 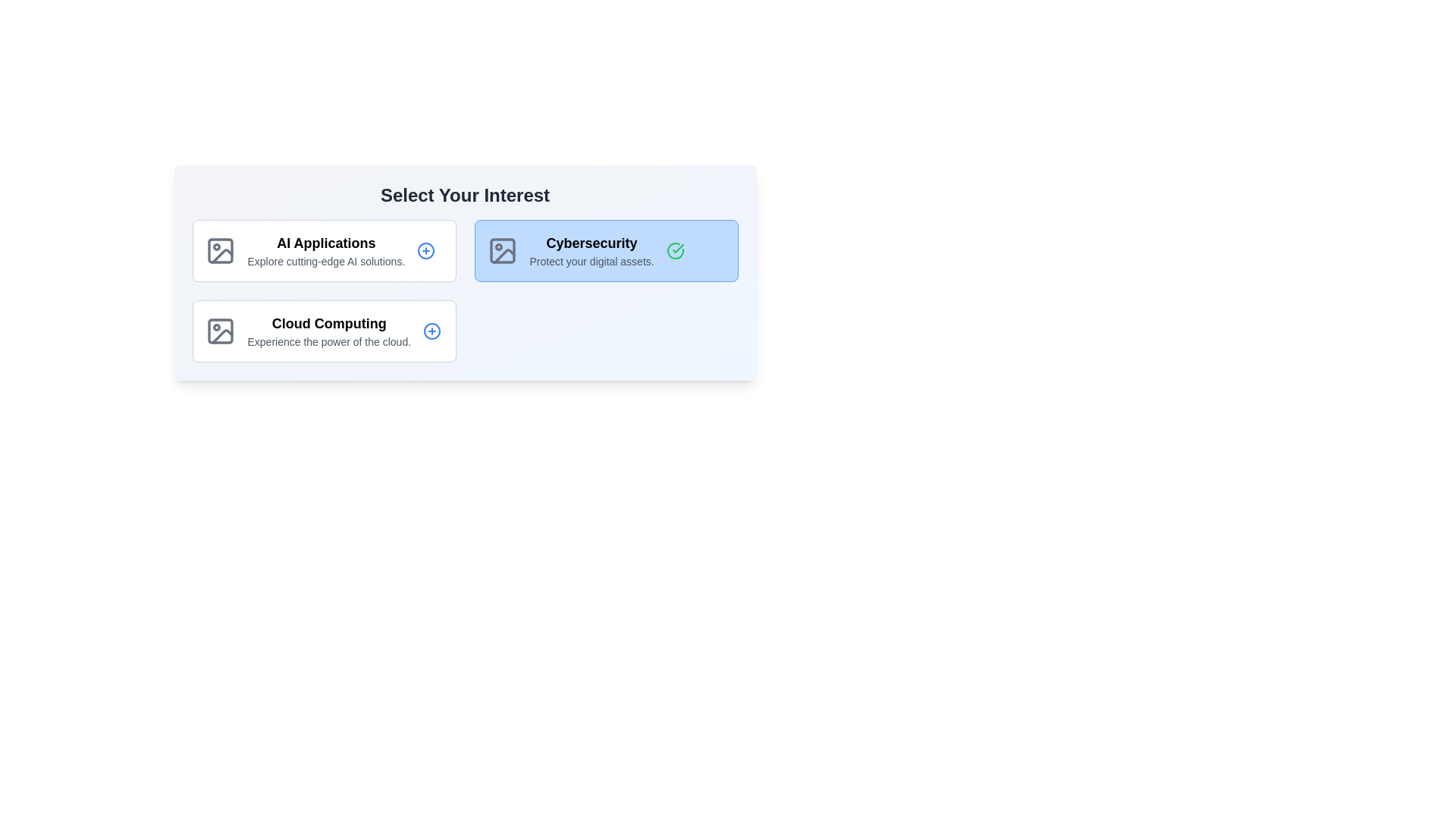 What do you see at coordinates (605, 250) in the screenshot?
I see `the card titled Cybersecurity` at bounding box center [605, 250].